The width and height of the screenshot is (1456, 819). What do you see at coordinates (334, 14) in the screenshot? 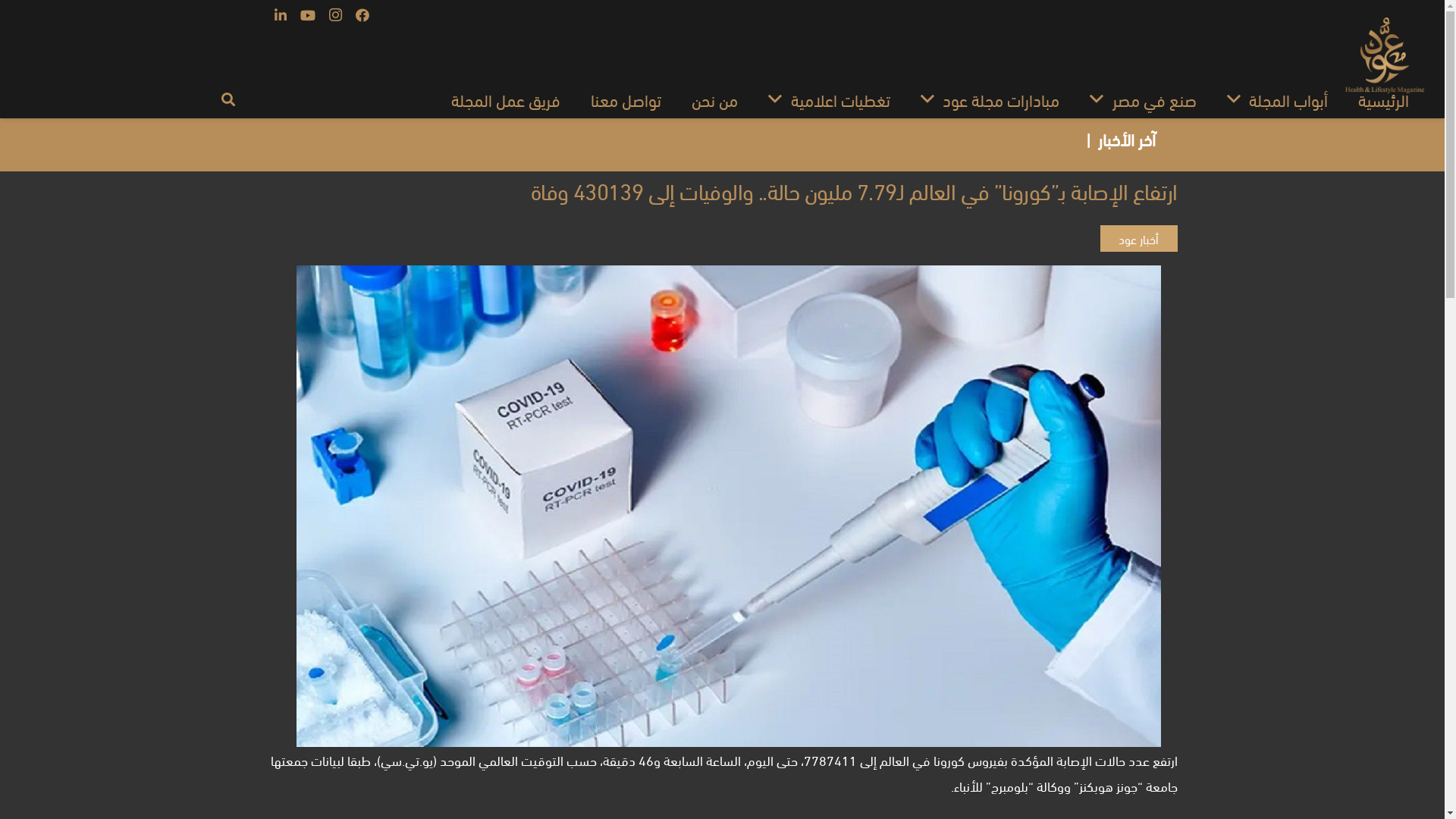
I see `'Instagram'` at bounding box center [334, 14].